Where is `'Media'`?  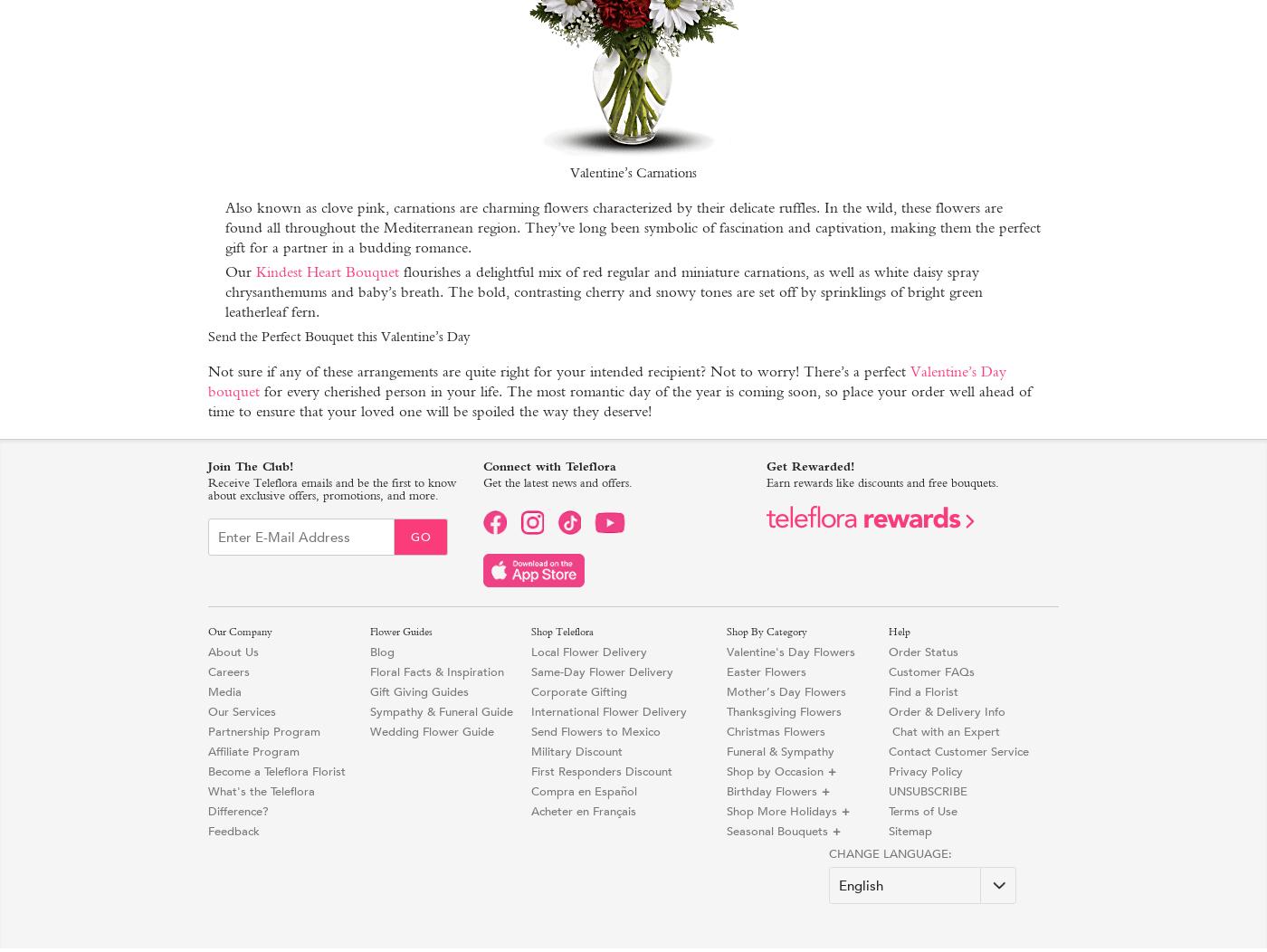 'Media' is located at coordinates (224, 690).